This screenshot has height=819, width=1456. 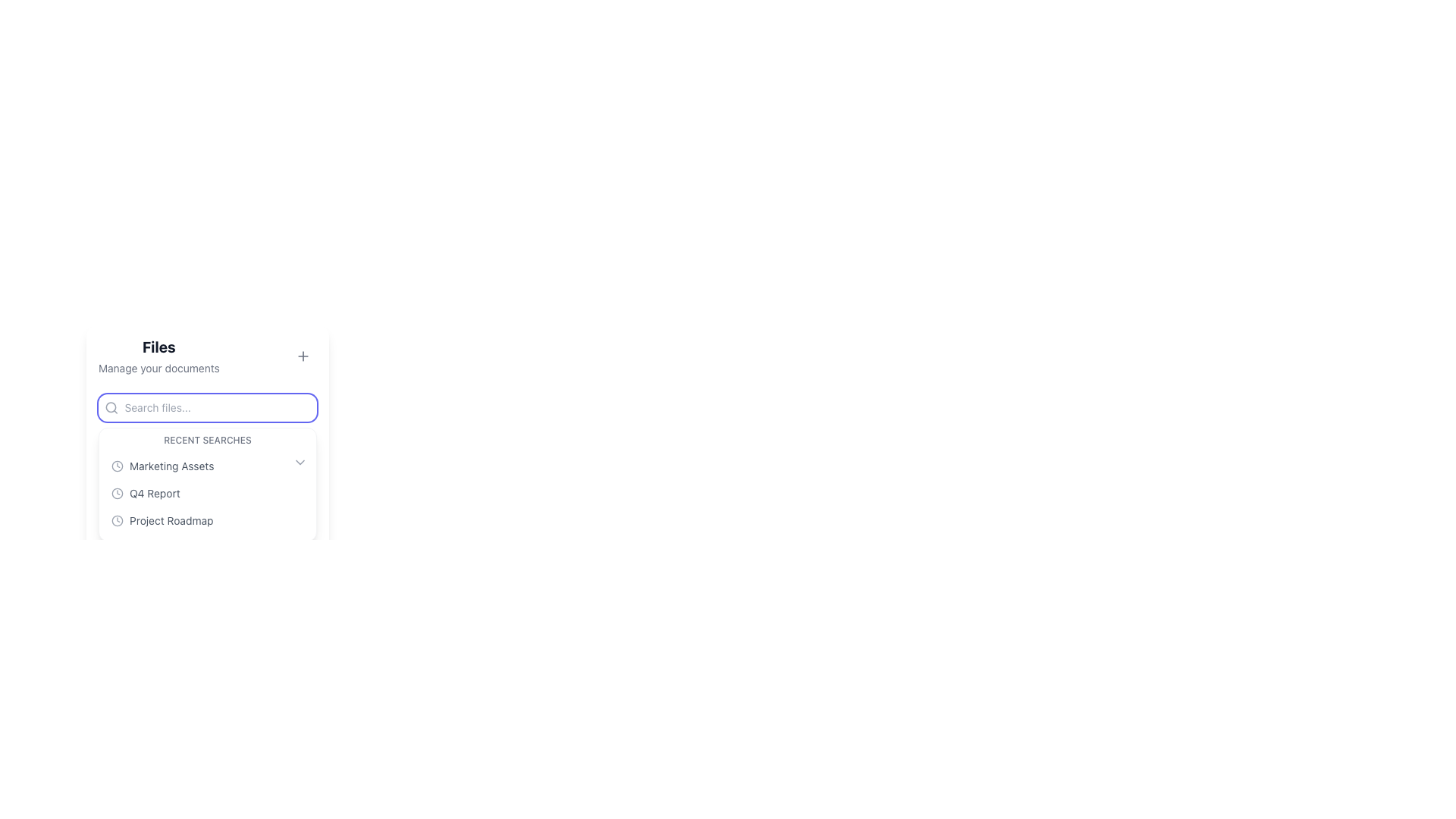 What do you see at coordinates (298, 526) in the screenshot?
I see `the three vertical dots button located at the far-right side of the 'Project Roadmap' list item in the 'RECENT SEARCHES' section` at bounding box center [298, 526].